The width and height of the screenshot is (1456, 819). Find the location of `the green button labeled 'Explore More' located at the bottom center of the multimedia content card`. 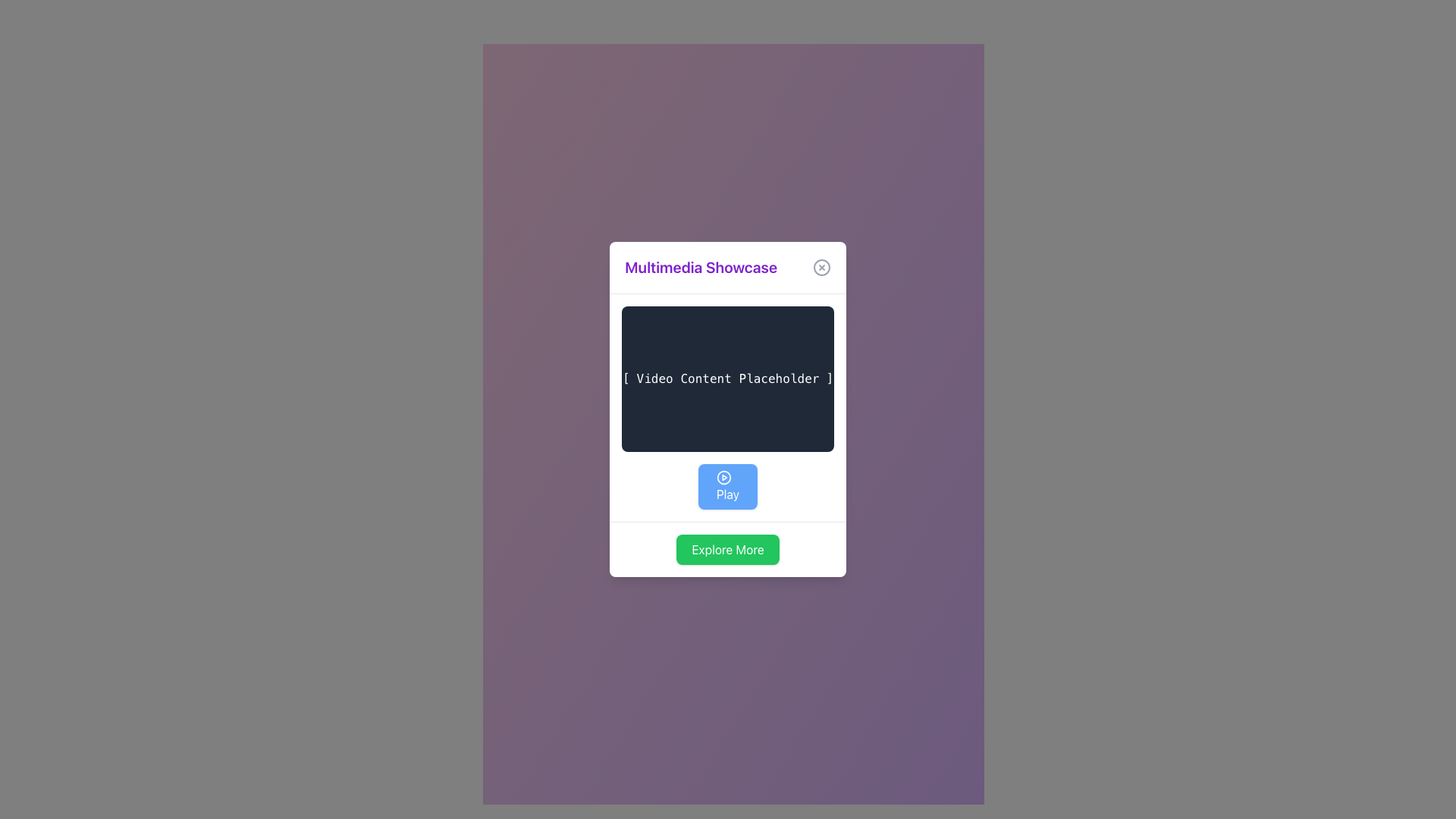

the green button labeled 'Explore More' located at the bottom center of the multimedia content card is located at coordinates (728, 550).